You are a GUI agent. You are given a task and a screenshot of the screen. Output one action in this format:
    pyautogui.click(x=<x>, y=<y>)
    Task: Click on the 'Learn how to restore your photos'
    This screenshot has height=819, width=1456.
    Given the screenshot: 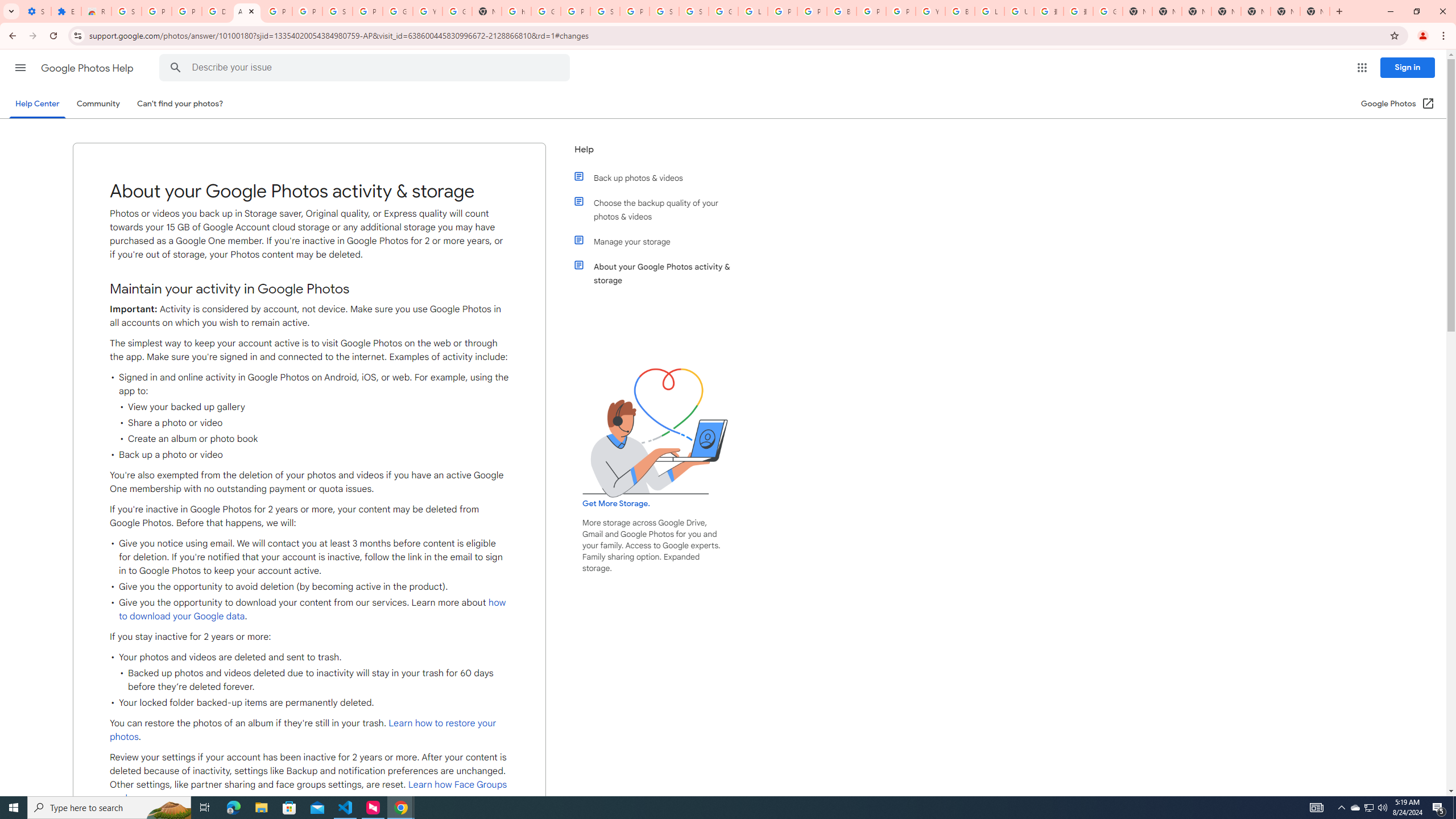 What is the action you would take?
    pyautogui.click(x=302, y=729)
    